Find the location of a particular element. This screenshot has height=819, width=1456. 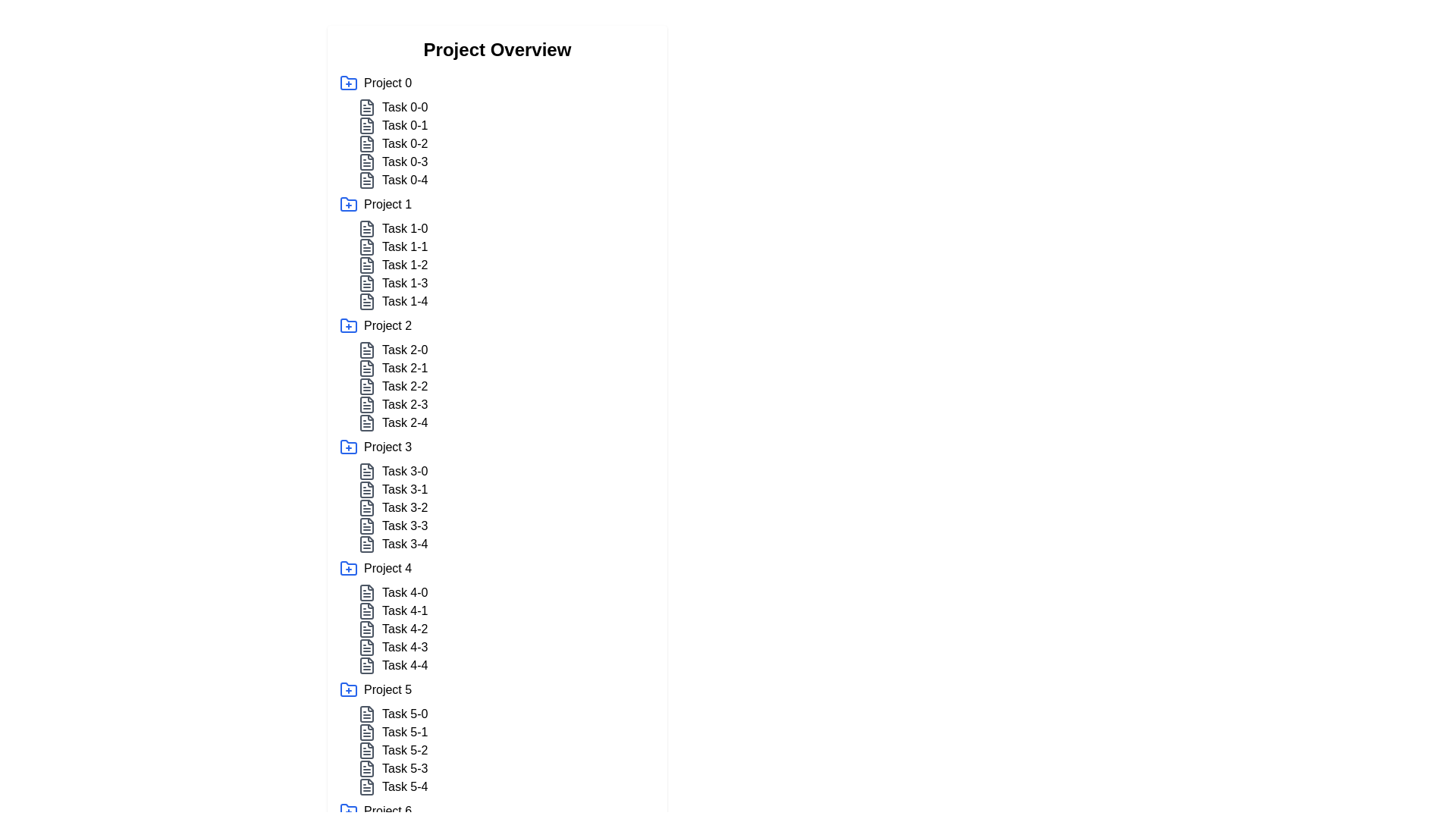

the document icon associated with the task labeled 'Task 1-4', which is the leftmost element is located at coordinates (367, 301).